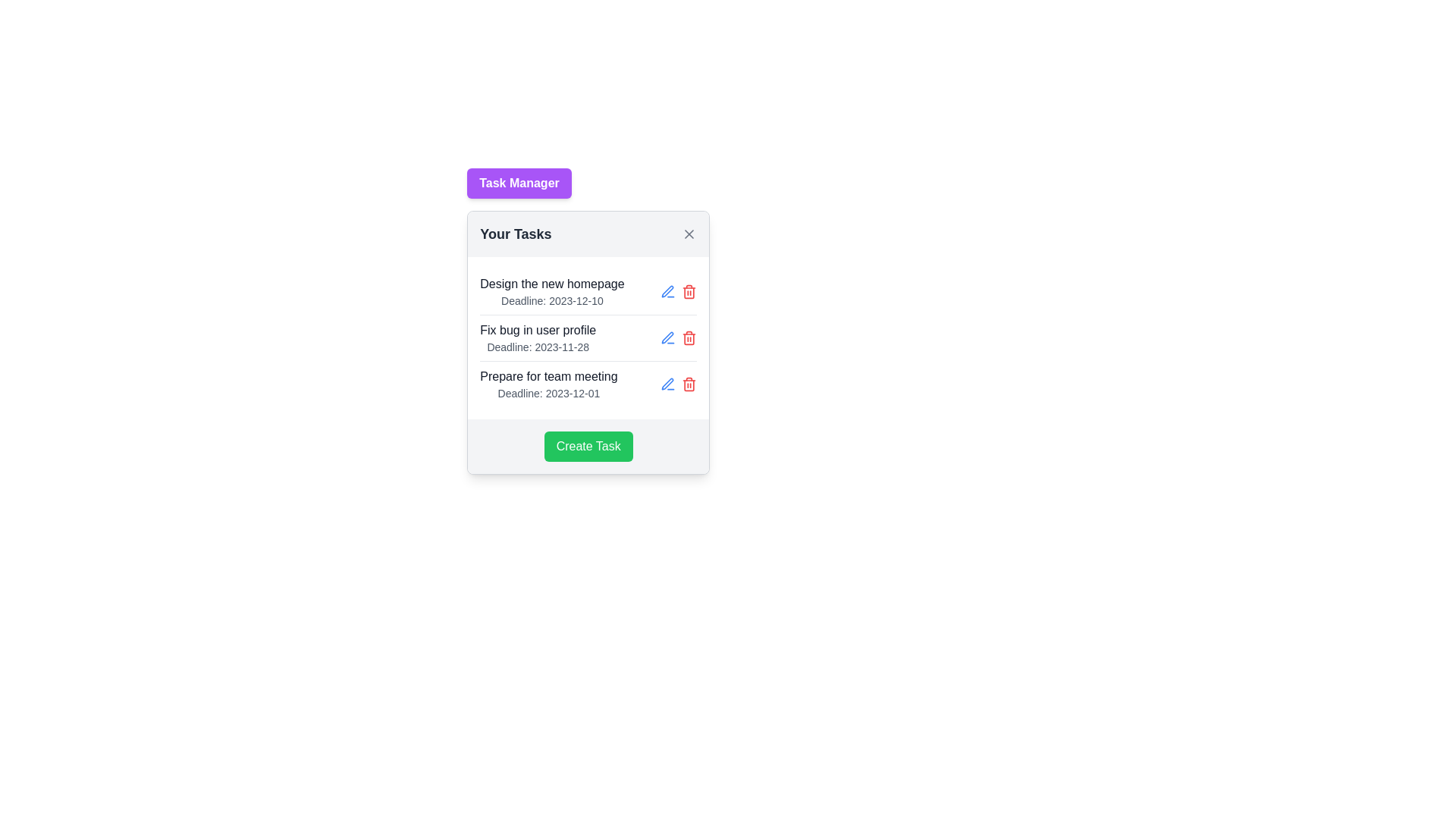 This screenshot has width=1456, height=819. I want to click on the task entry displaying 'Fix bug in user profile' to view more details about the task, so click(588, 337).